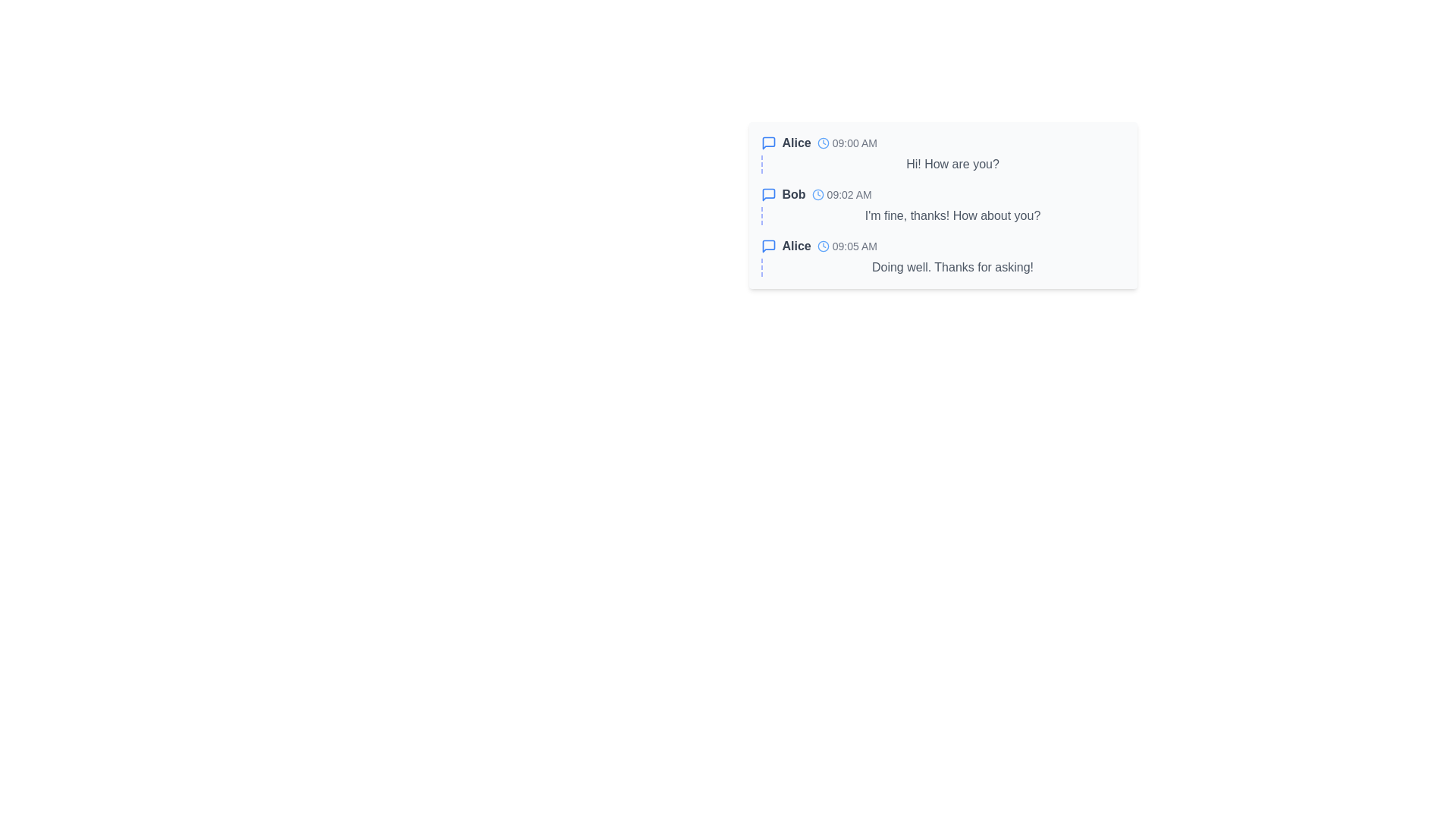  I want to click on the second chat message display between 'Alice 09:00 AM' and 'Alice 09:05 AM', so click(942, 205).